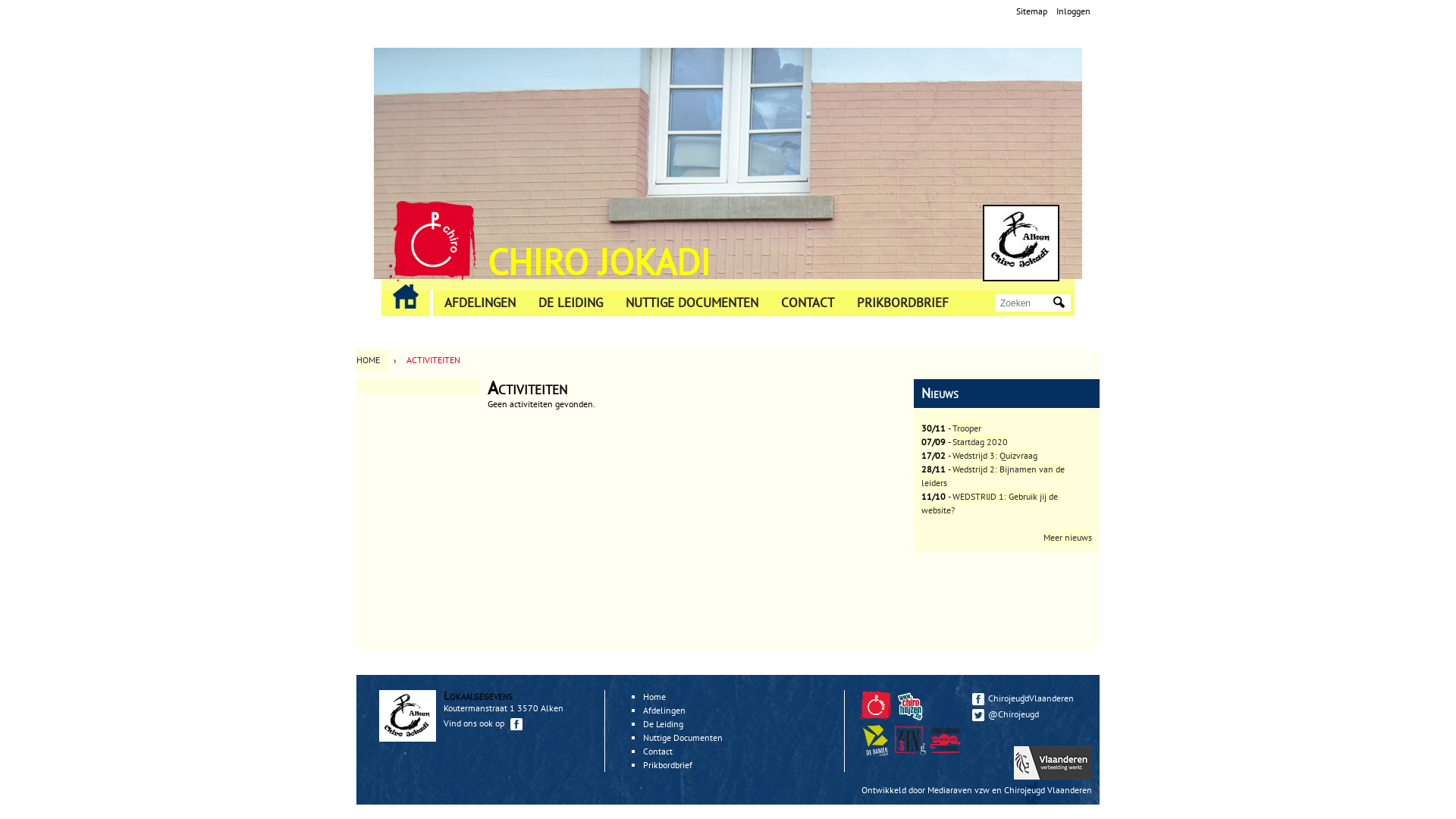 This screenshot has width=1456, height=819. What do you see at coordinates (643, 764) in the screenshot?
I see `'Prikbordbrief'` at bounding box center [643, 764].